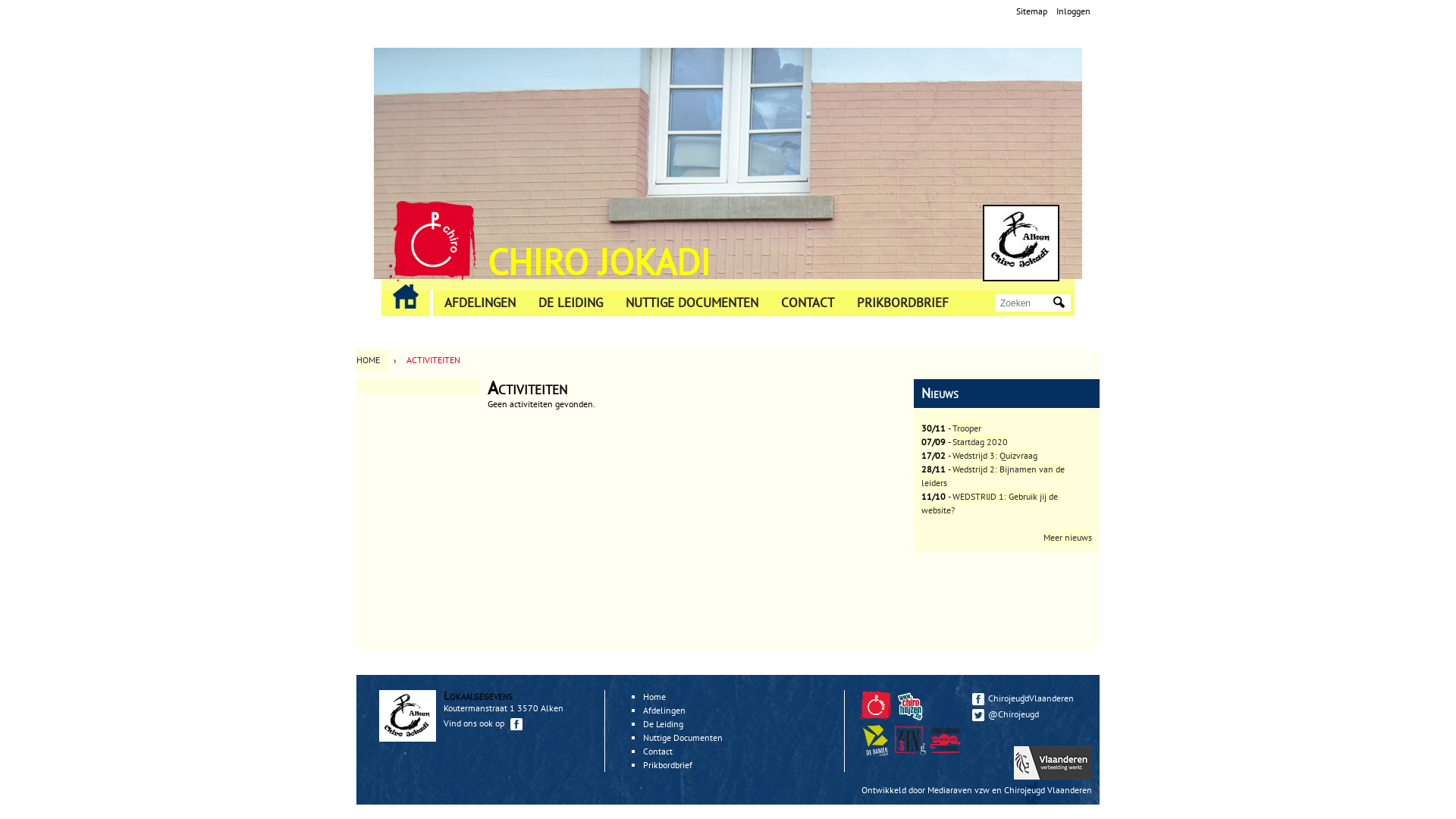 This screenshot has width=1456, height=819. What do you see at coordinates (643, 764) in the screenshot?
I see `'Prikbordbrief'` at bounding box center [643, 764].